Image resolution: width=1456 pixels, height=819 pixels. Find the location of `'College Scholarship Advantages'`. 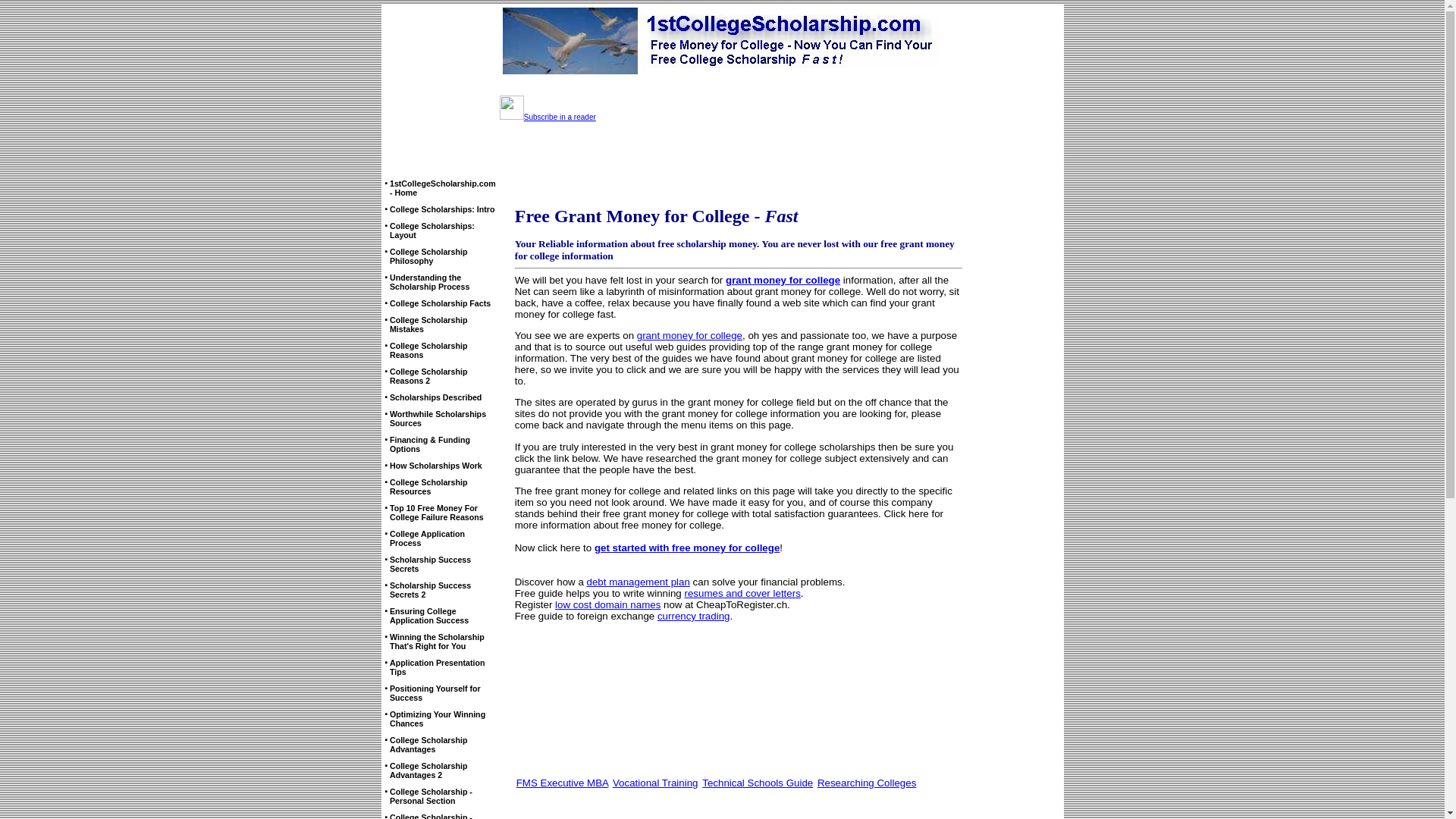

'College Scholarship Advantages' is located at coordinates (389, 744).